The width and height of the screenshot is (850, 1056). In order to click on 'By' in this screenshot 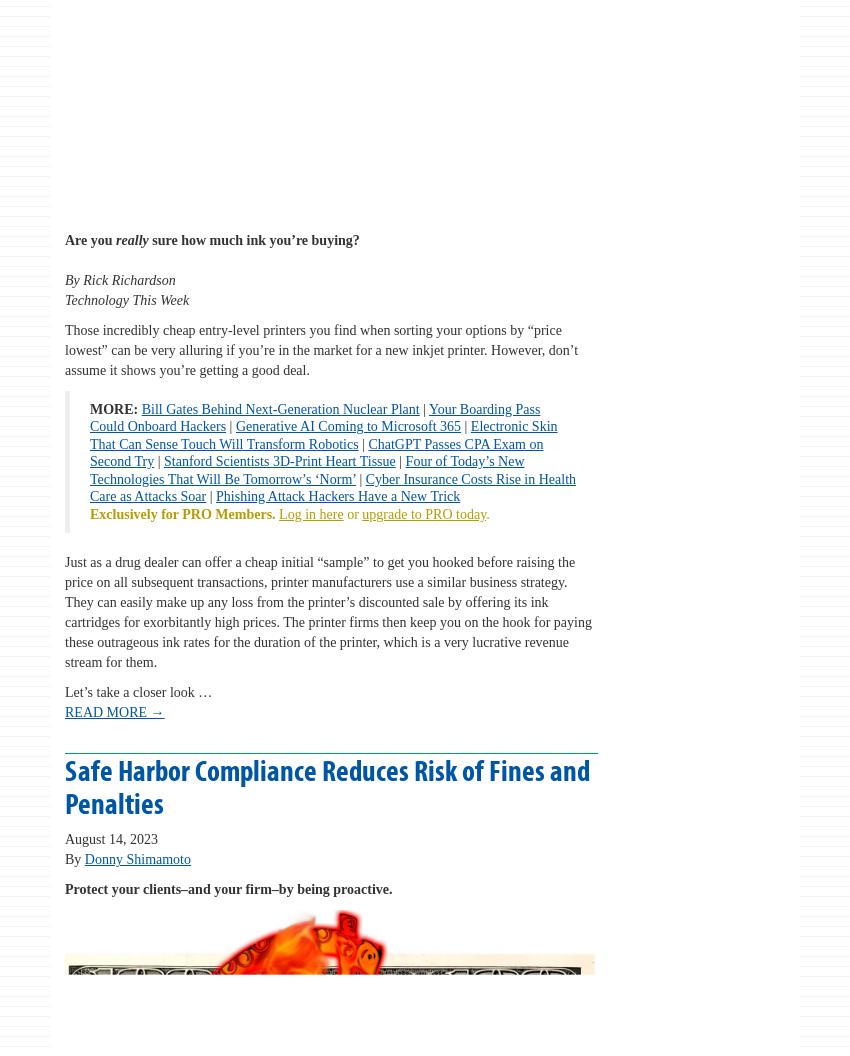, I will do `click(74, 858)`.